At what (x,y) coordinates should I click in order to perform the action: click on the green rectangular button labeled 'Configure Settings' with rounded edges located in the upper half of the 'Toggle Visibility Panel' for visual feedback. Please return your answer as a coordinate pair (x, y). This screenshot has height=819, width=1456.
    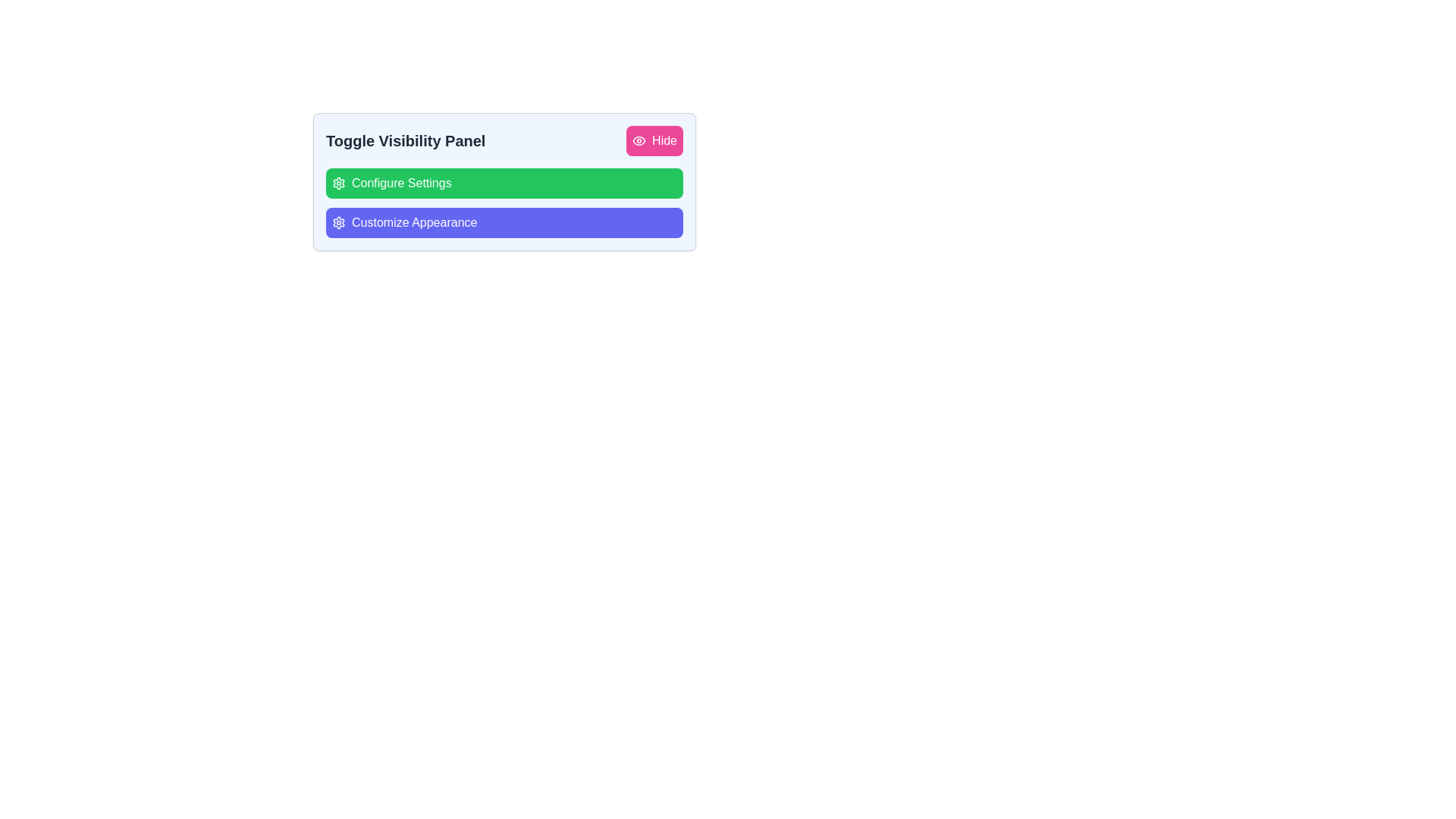
    Looking at the image, I should click on (504, 183).